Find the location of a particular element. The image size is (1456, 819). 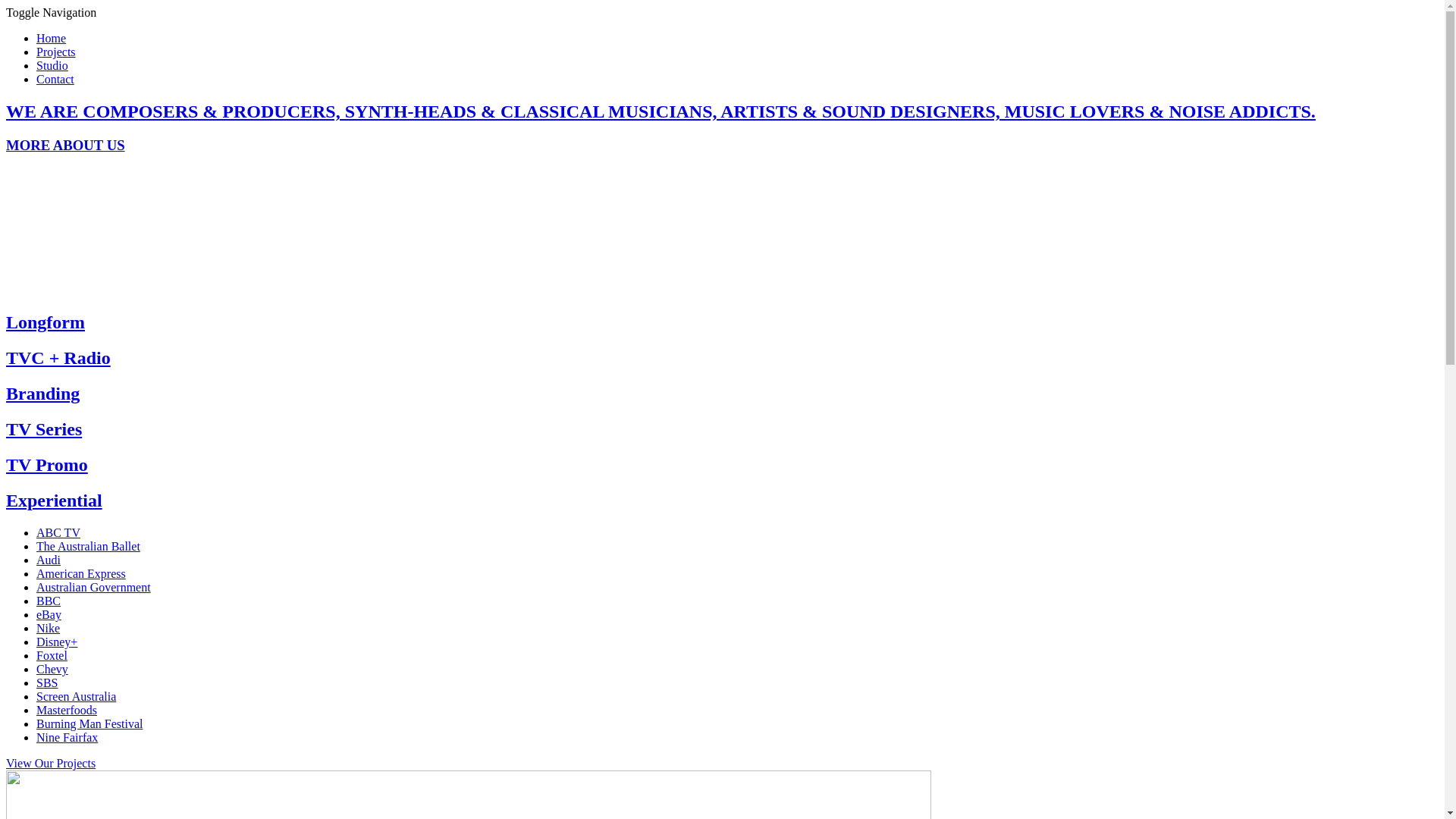

'TV Series' is located at coordinates (43, 429).